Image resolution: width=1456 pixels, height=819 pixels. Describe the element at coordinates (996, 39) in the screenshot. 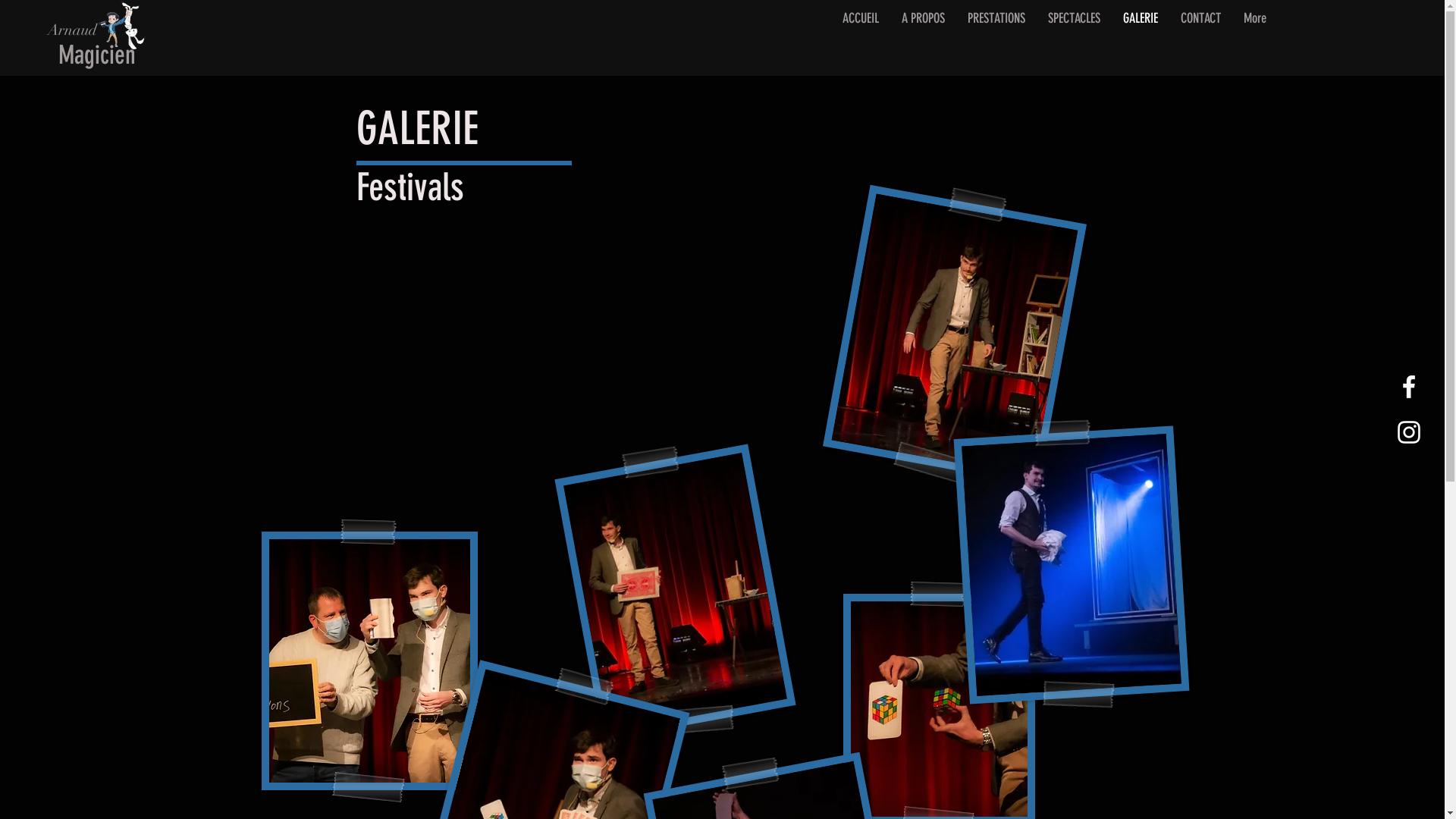

I see `'PRESTATIONS'` at that location.